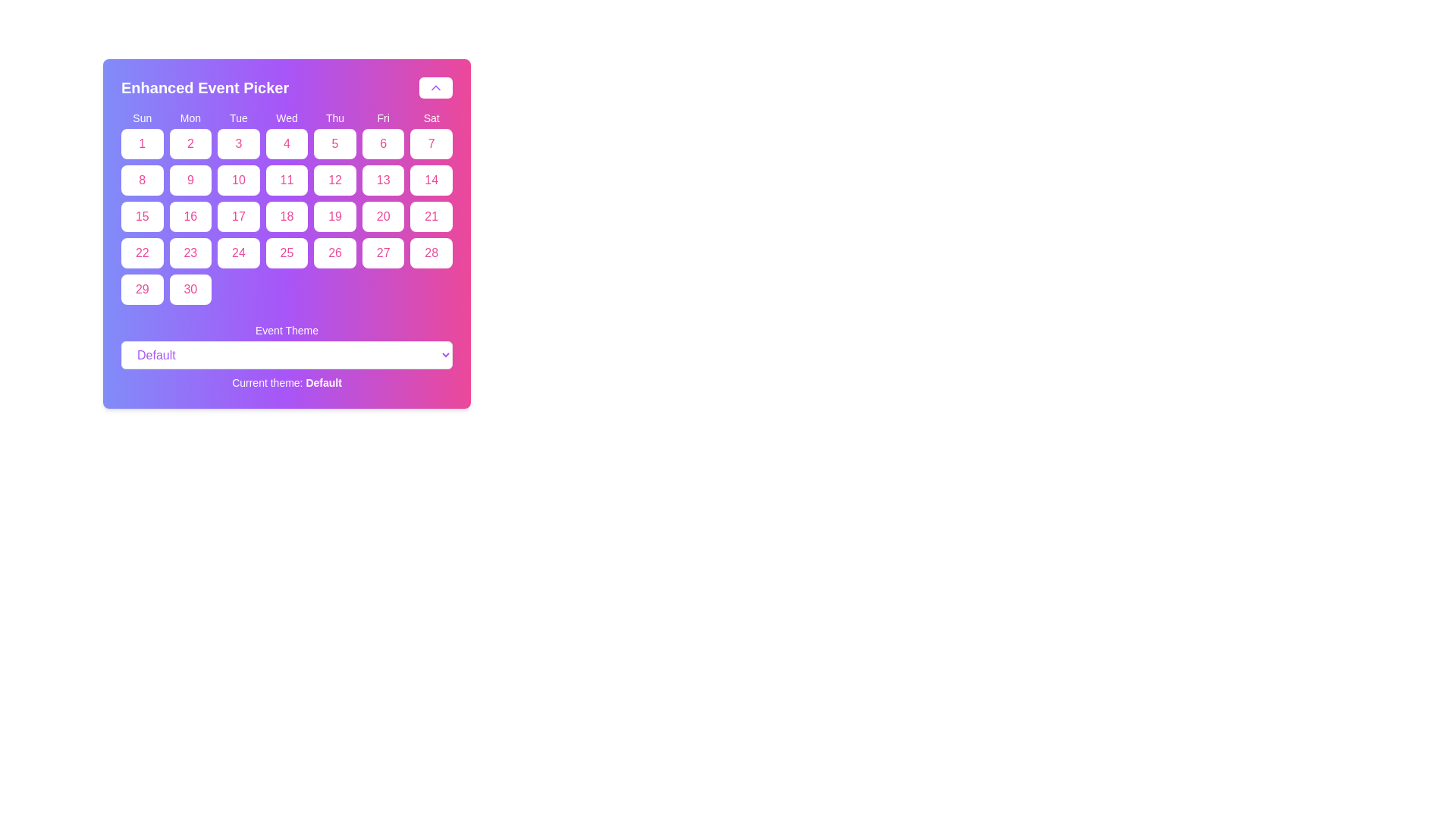 Image resolution: width=1456 pixels, height=819 pixels. Describe the element at coordinates (190, 253) in the screenshot. I see `the selectable date button for the date '23' located in the second column of the fourth row in the date picker interface` at that location.